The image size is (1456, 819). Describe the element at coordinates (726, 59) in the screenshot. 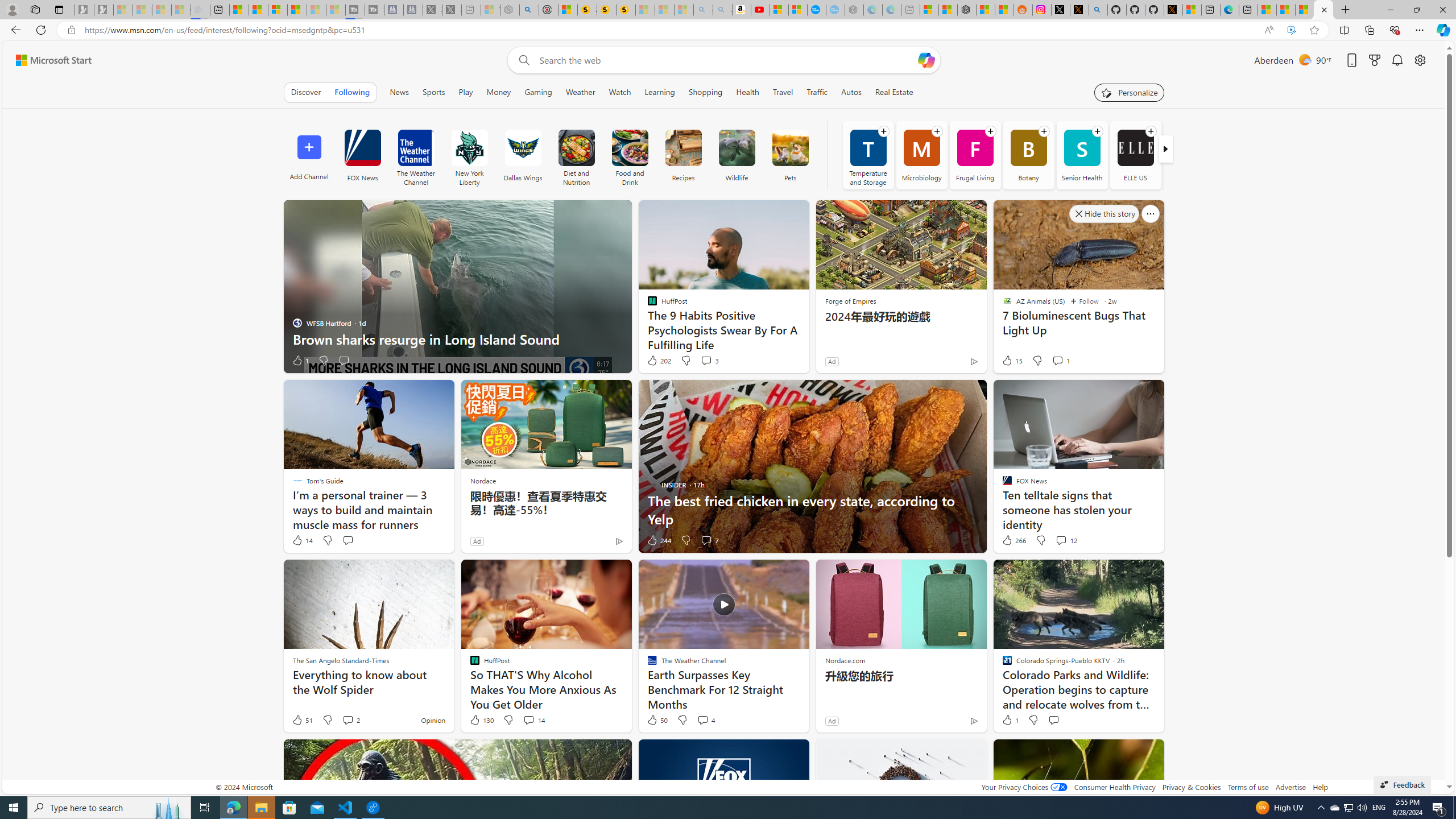

I see `'Enter your search term'` at that location.